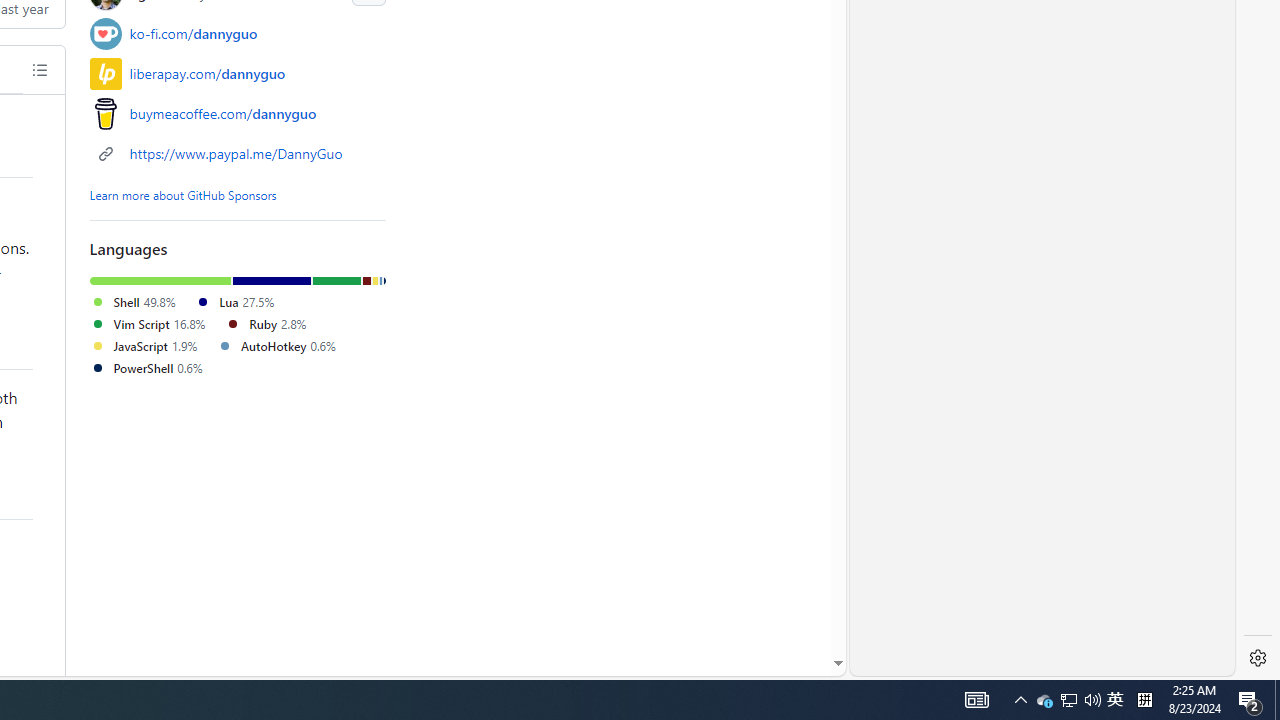 This screenshot has width=1280, height=720. What do you see at coordinates (183, 194) in the screenshot?
I see `'Learn more about GitHub Sponsors'` at bounding box center [183, 194].